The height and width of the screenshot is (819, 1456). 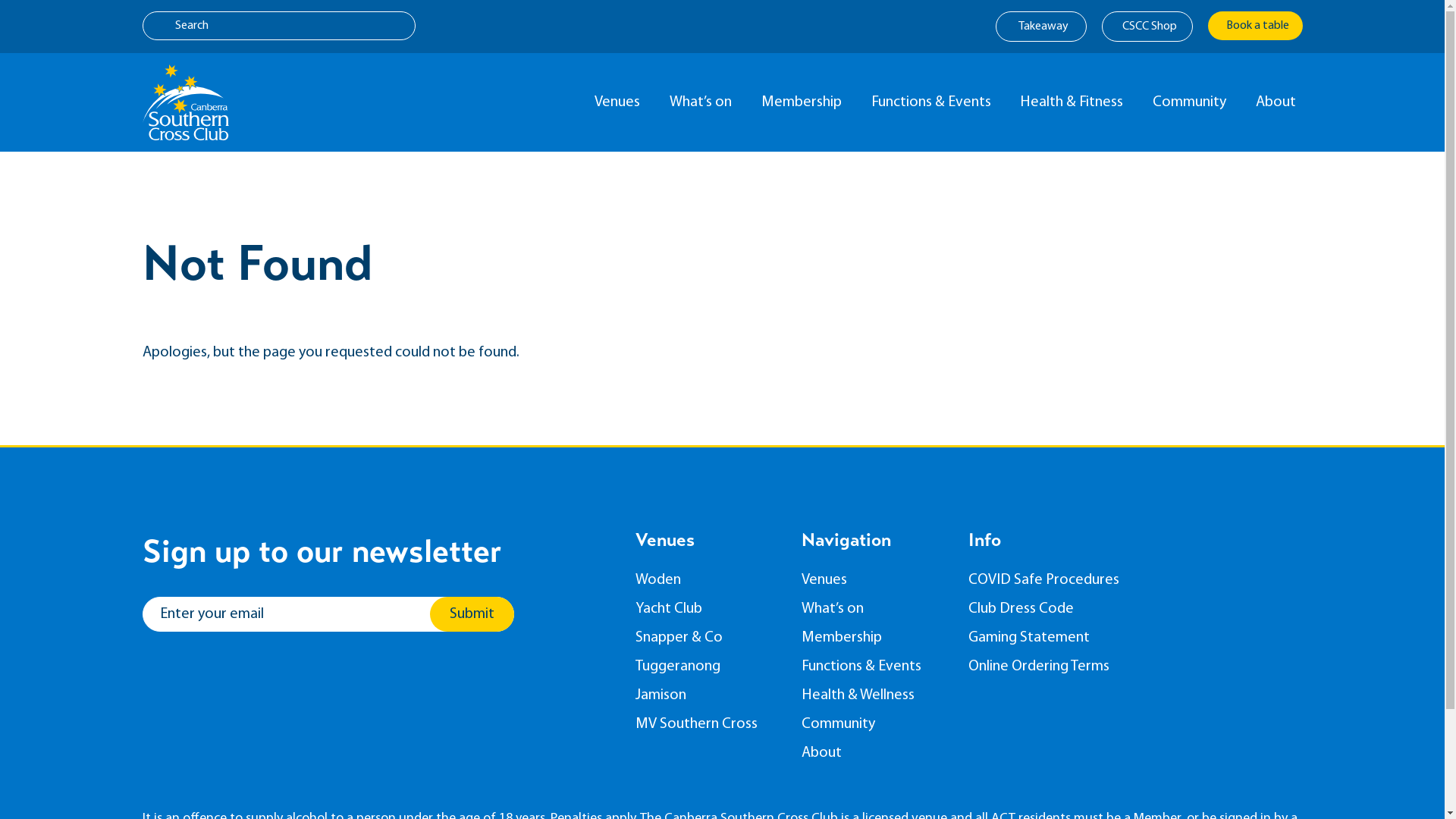 I want to click on 'Woden', so click(x=635, y=579).